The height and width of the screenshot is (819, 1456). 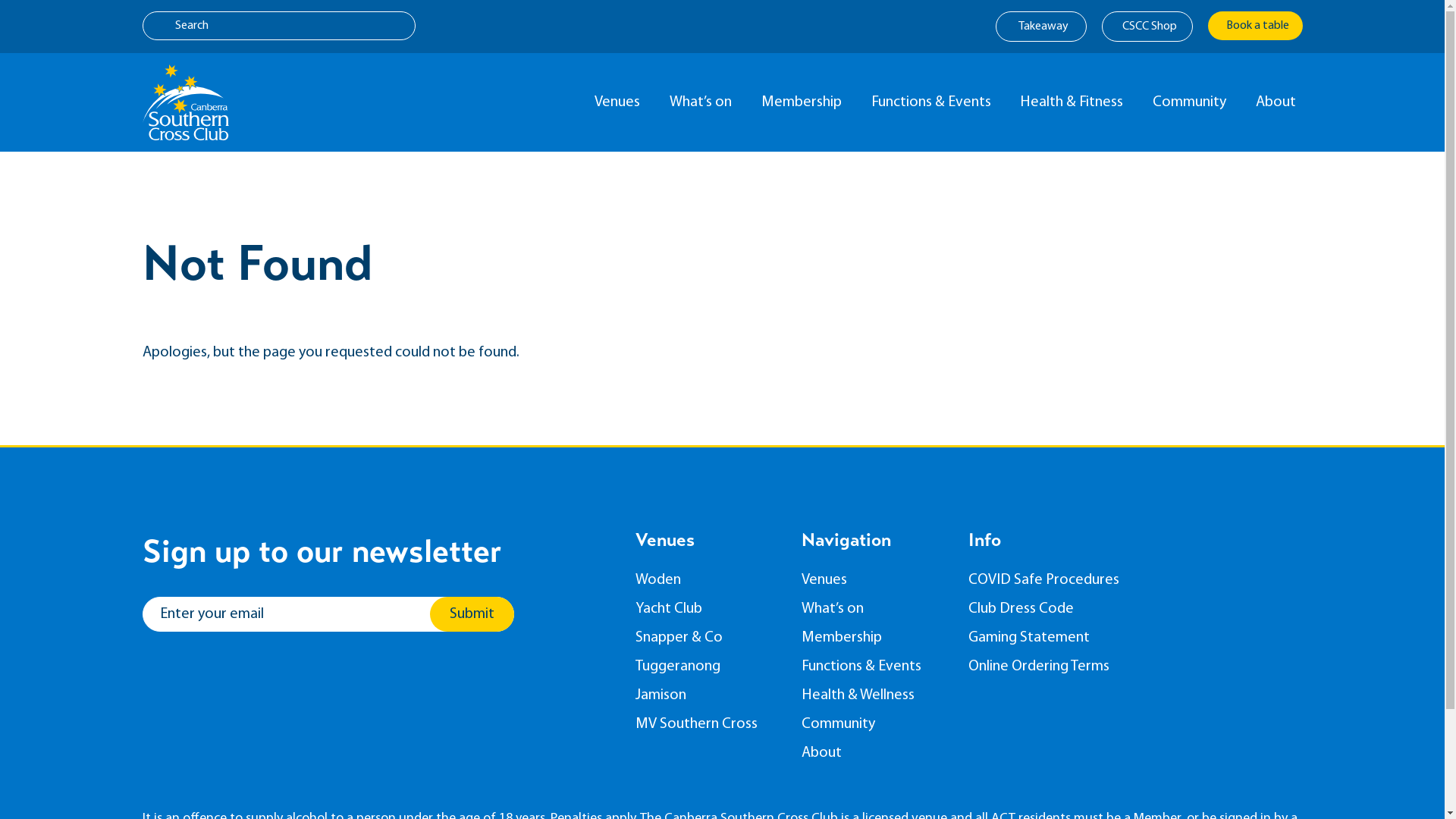 I want to click on 'Woden', so click(x=635, y=579).